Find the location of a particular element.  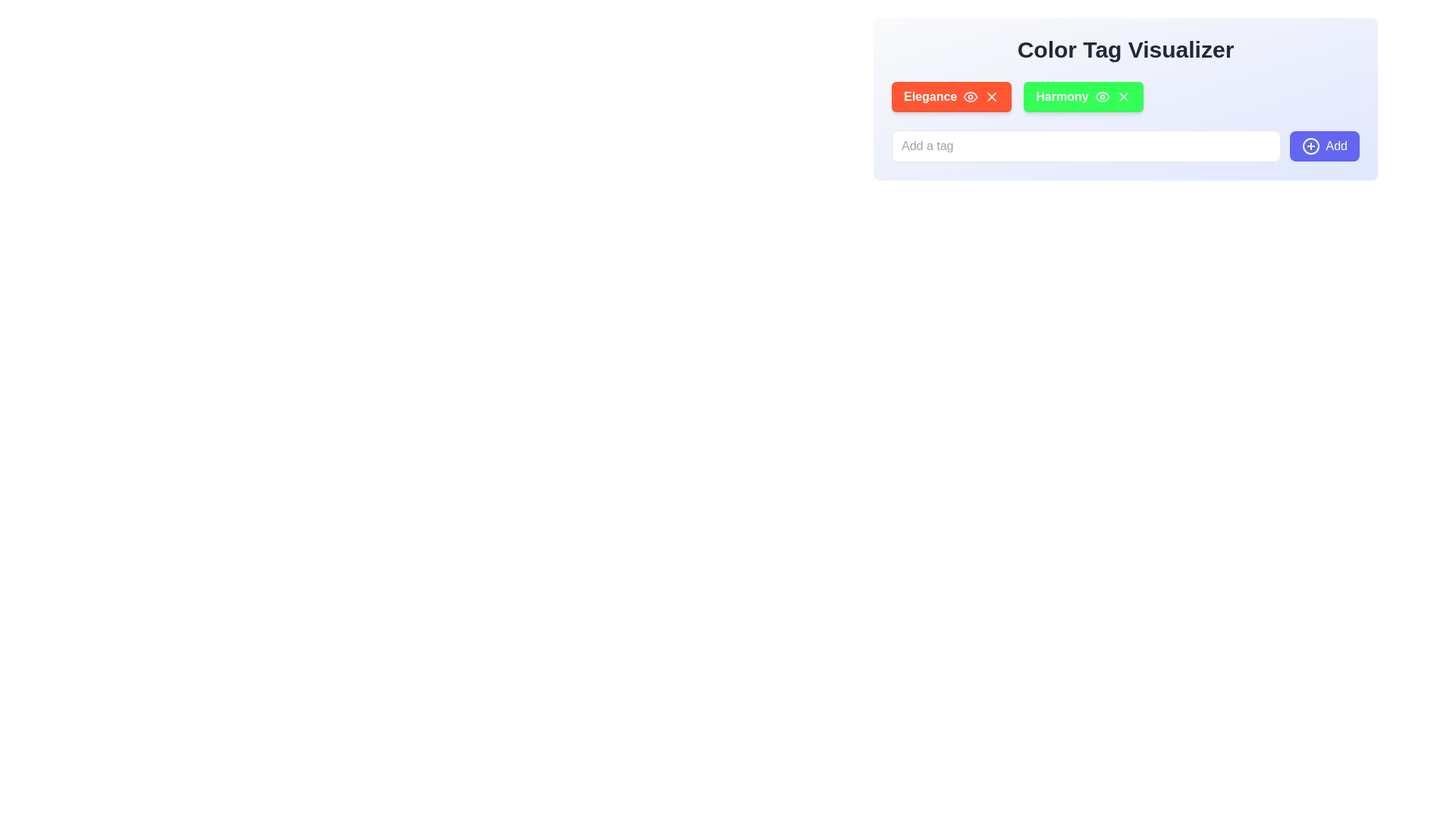

the circular blue icon with a white outline and plus sign, which is located inside the 'Add' button on the far right of the interface is located at coordinates (1310, 146).